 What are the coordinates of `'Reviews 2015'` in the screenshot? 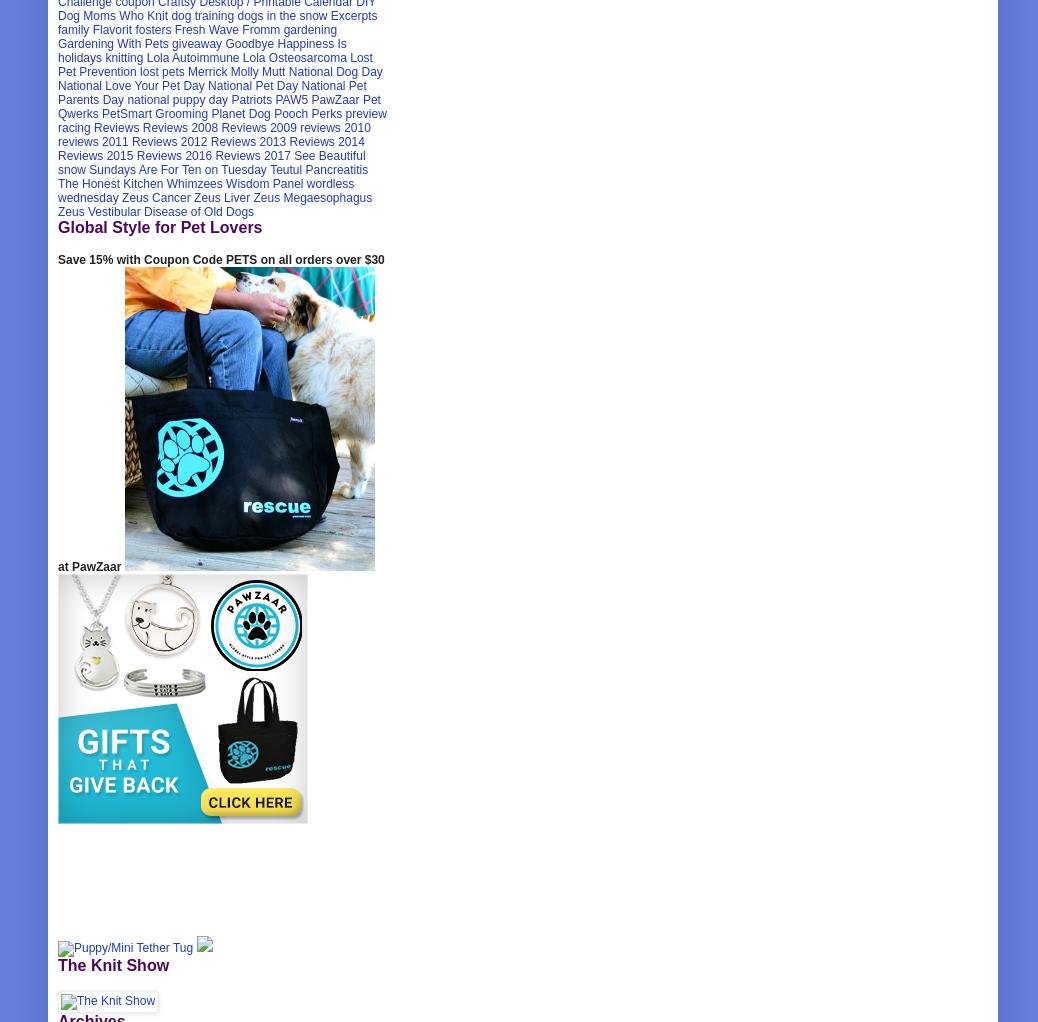 It's located at (57, 154).